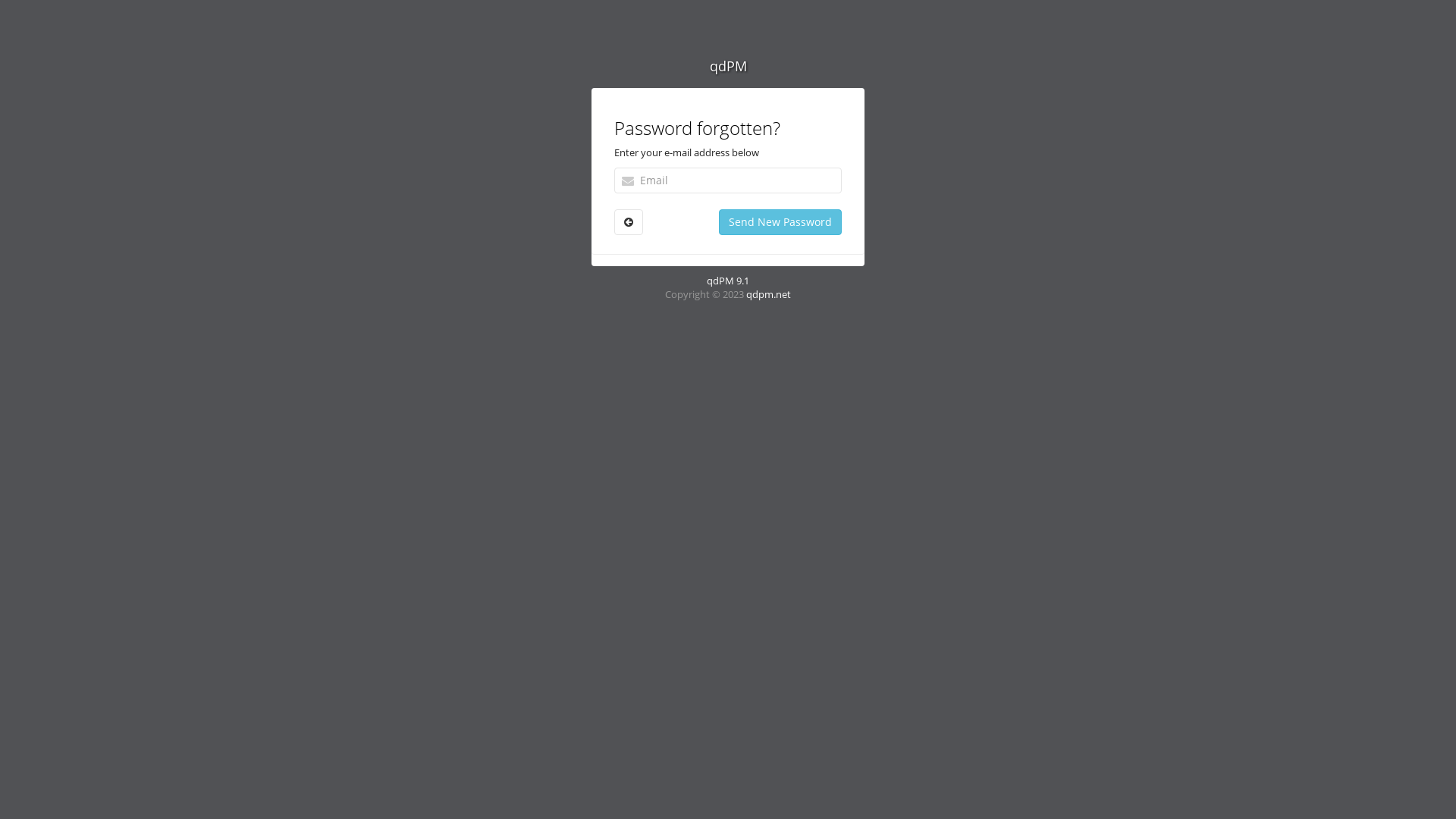 The width and height of the screenshot is (1456, 819). I want to click on 'Send New Password', so click(718, 222).